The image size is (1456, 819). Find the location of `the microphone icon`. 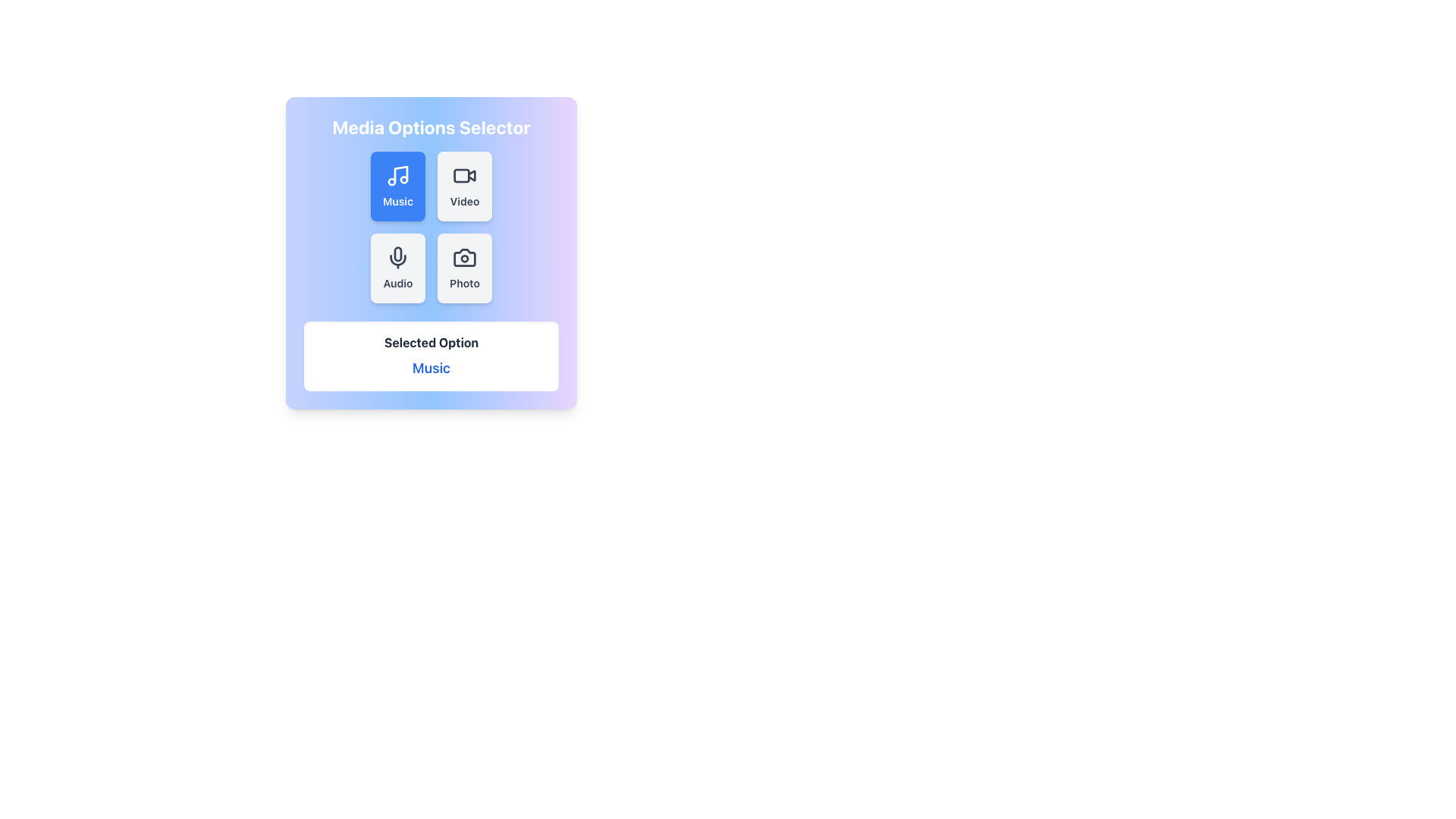

the microphone icon is located at coordinates (397, 256).